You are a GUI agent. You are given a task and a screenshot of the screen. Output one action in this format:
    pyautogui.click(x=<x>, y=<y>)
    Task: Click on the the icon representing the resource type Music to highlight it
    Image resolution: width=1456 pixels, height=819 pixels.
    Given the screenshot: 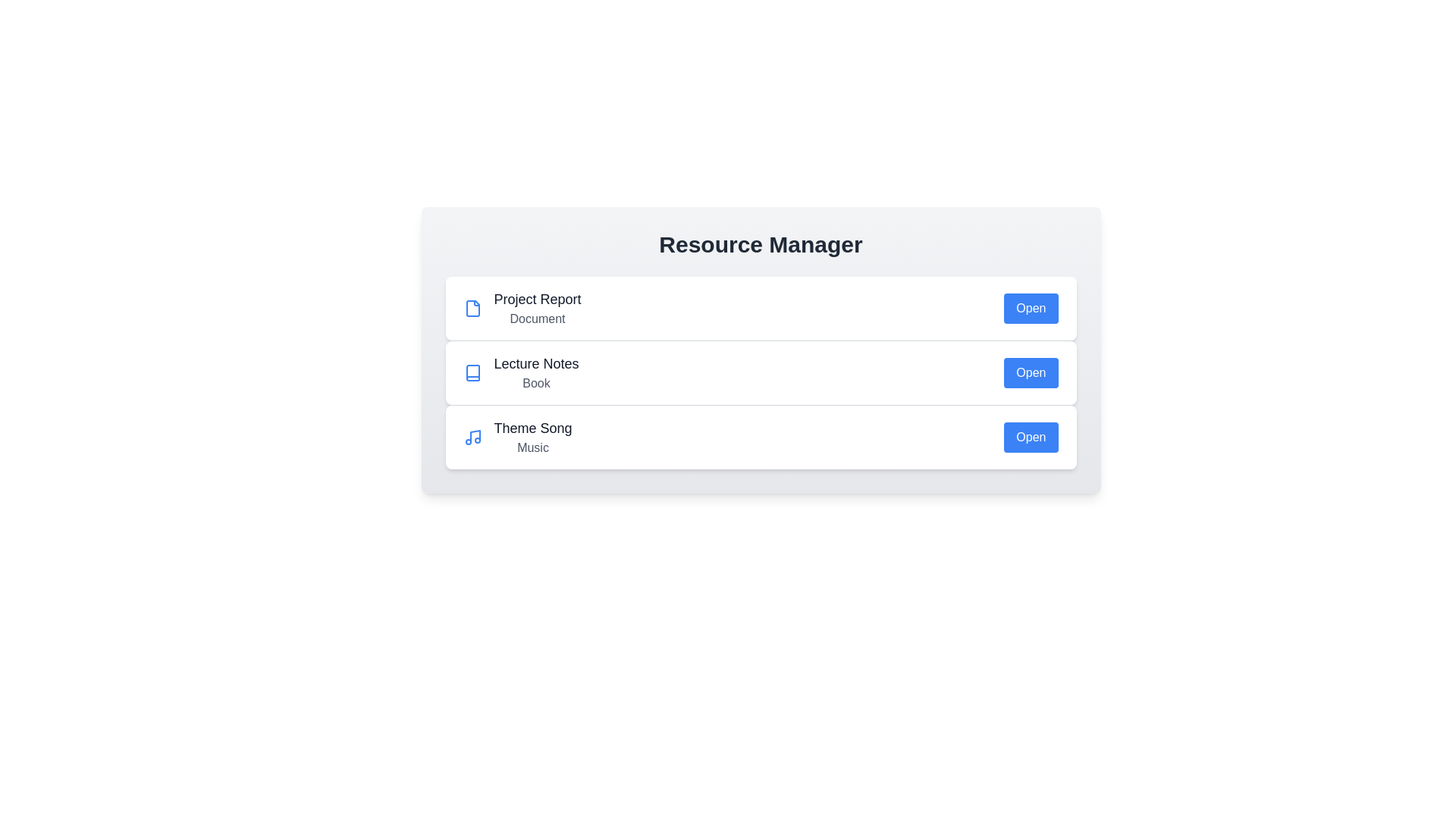 What is the action you would take?
    pyautogui.click(x=472, y=438)
    